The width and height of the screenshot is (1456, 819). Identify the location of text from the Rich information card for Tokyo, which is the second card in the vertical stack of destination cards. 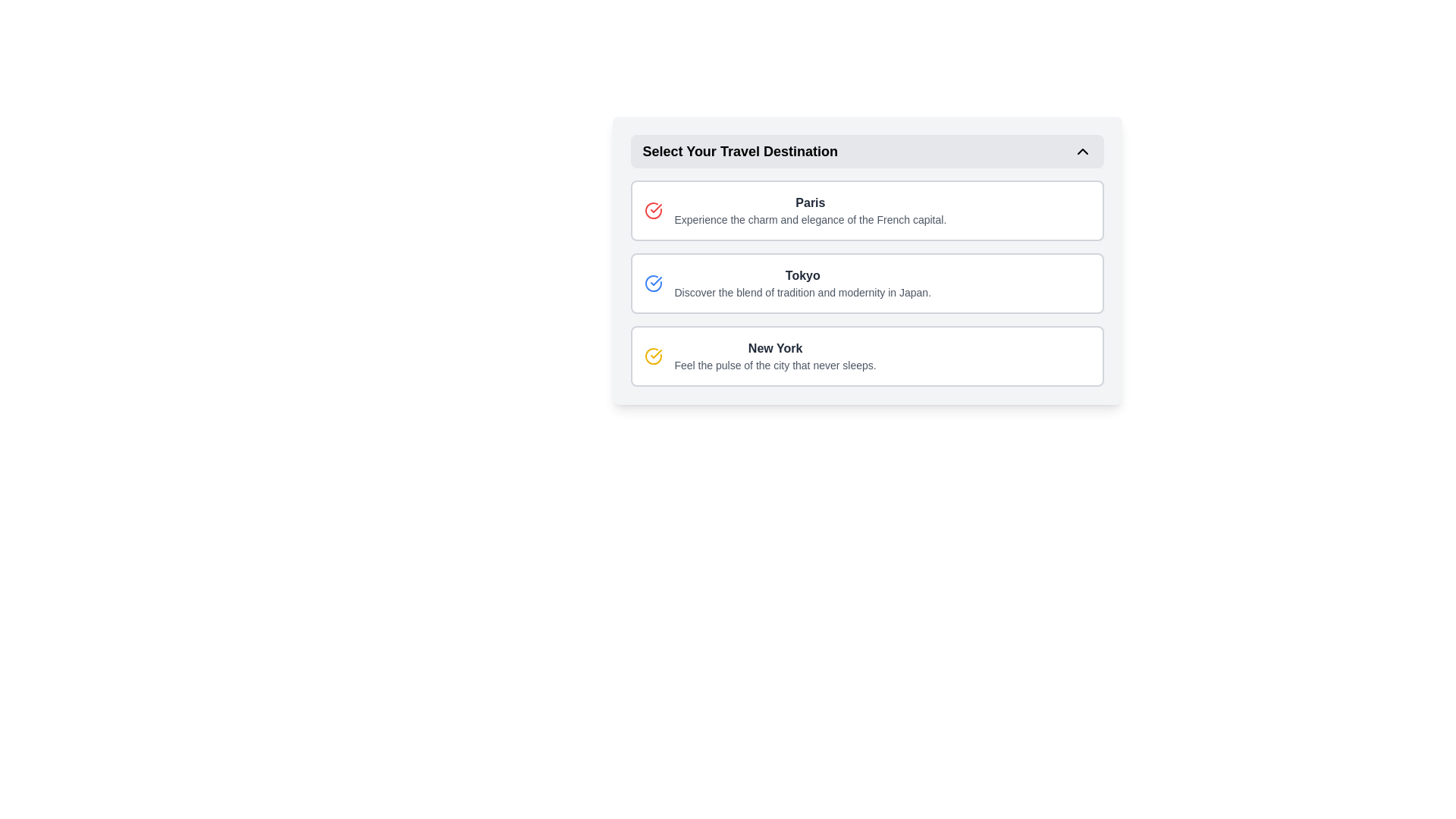
(867, 284).